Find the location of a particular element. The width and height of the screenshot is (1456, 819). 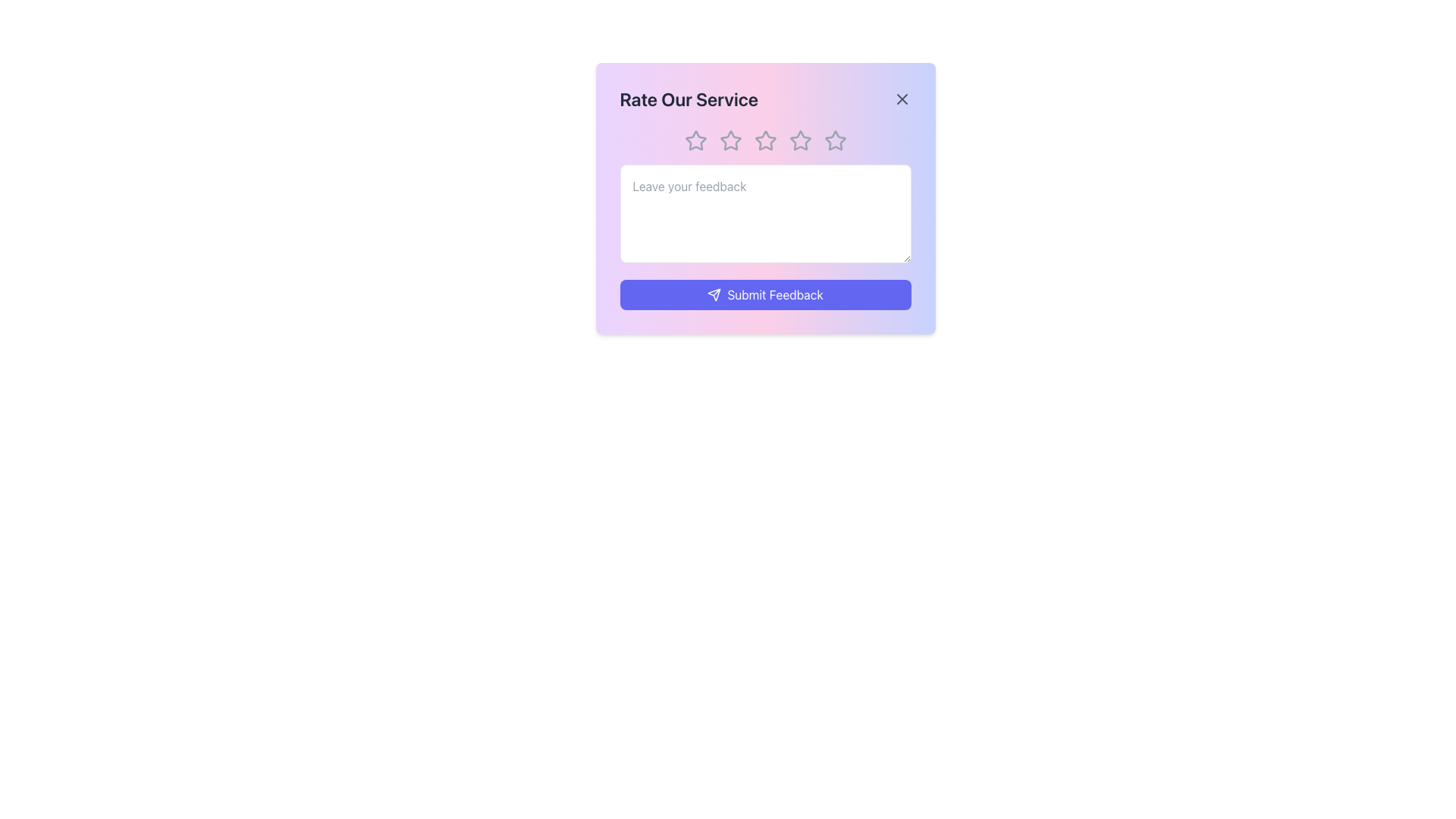

on the highlighted third star icon in the rating section of the feedback modal is located at coordinates (765, 140).